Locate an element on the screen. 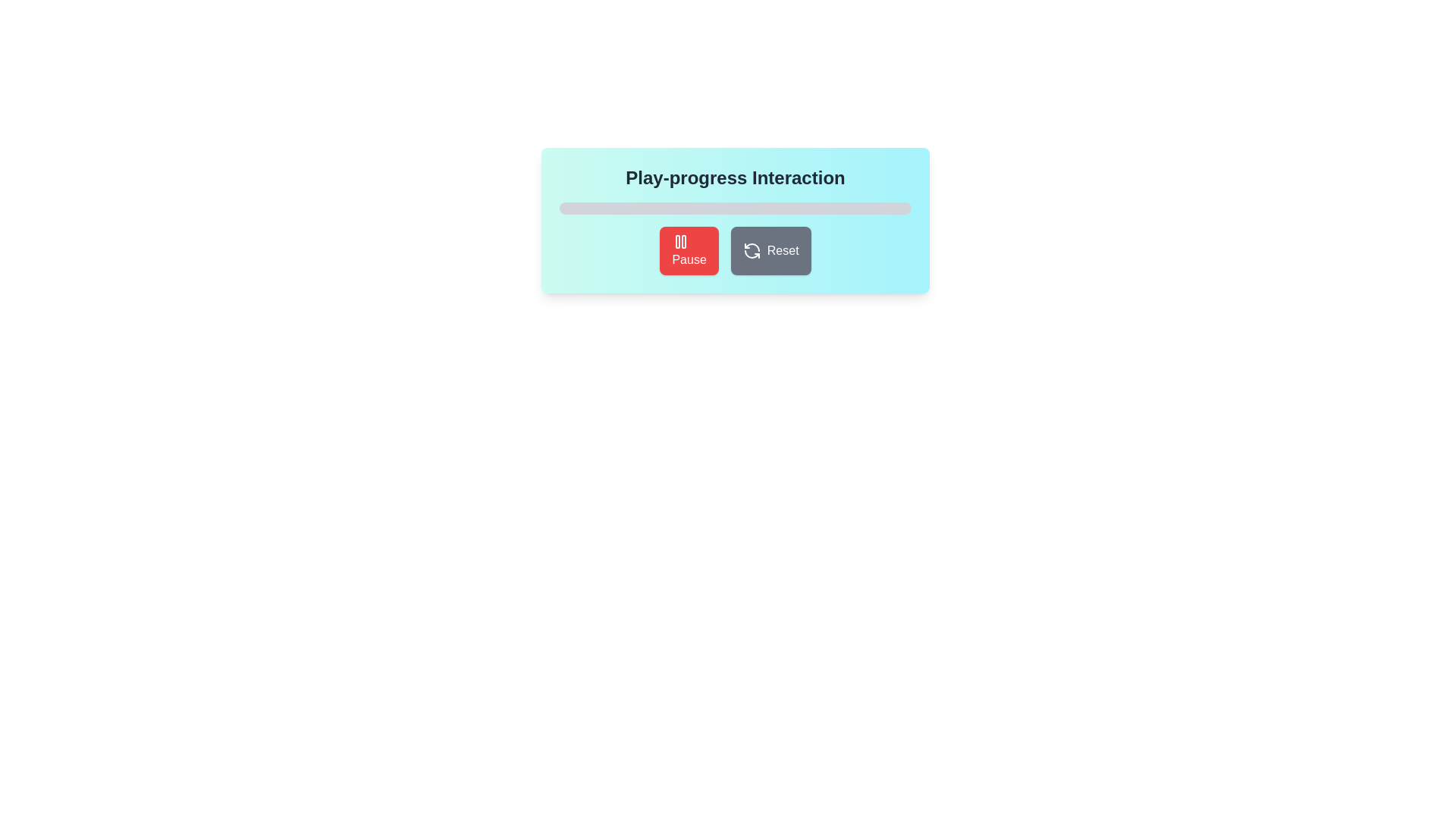  the red 'Pause' button with white text and a pause icon is located at coordinates (689, 250).